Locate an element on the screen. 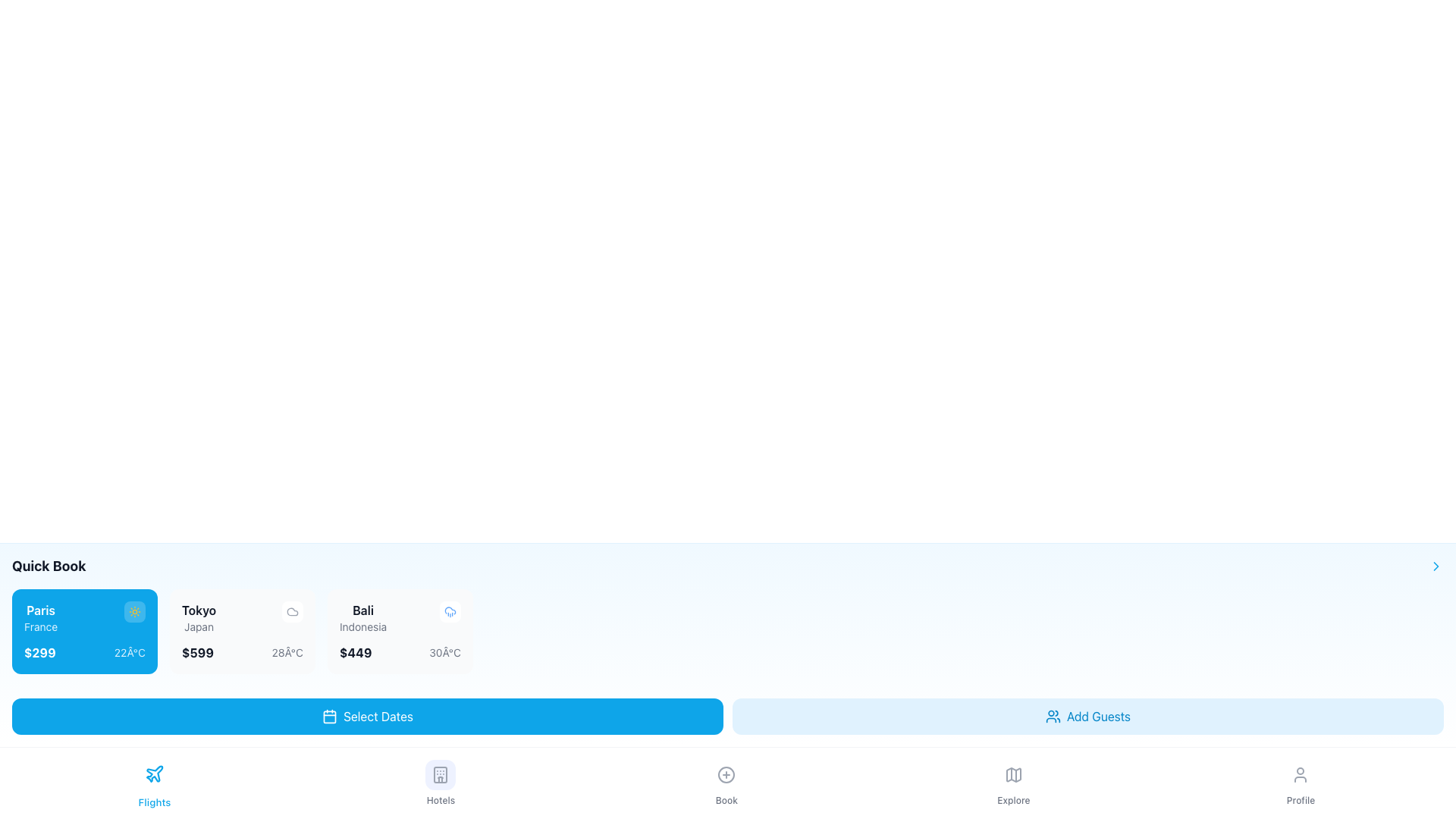 This screenshot has width=1456, height=819. the navigation button on the far right of the bottom navigation bar is located at coordinates (1300, 783).